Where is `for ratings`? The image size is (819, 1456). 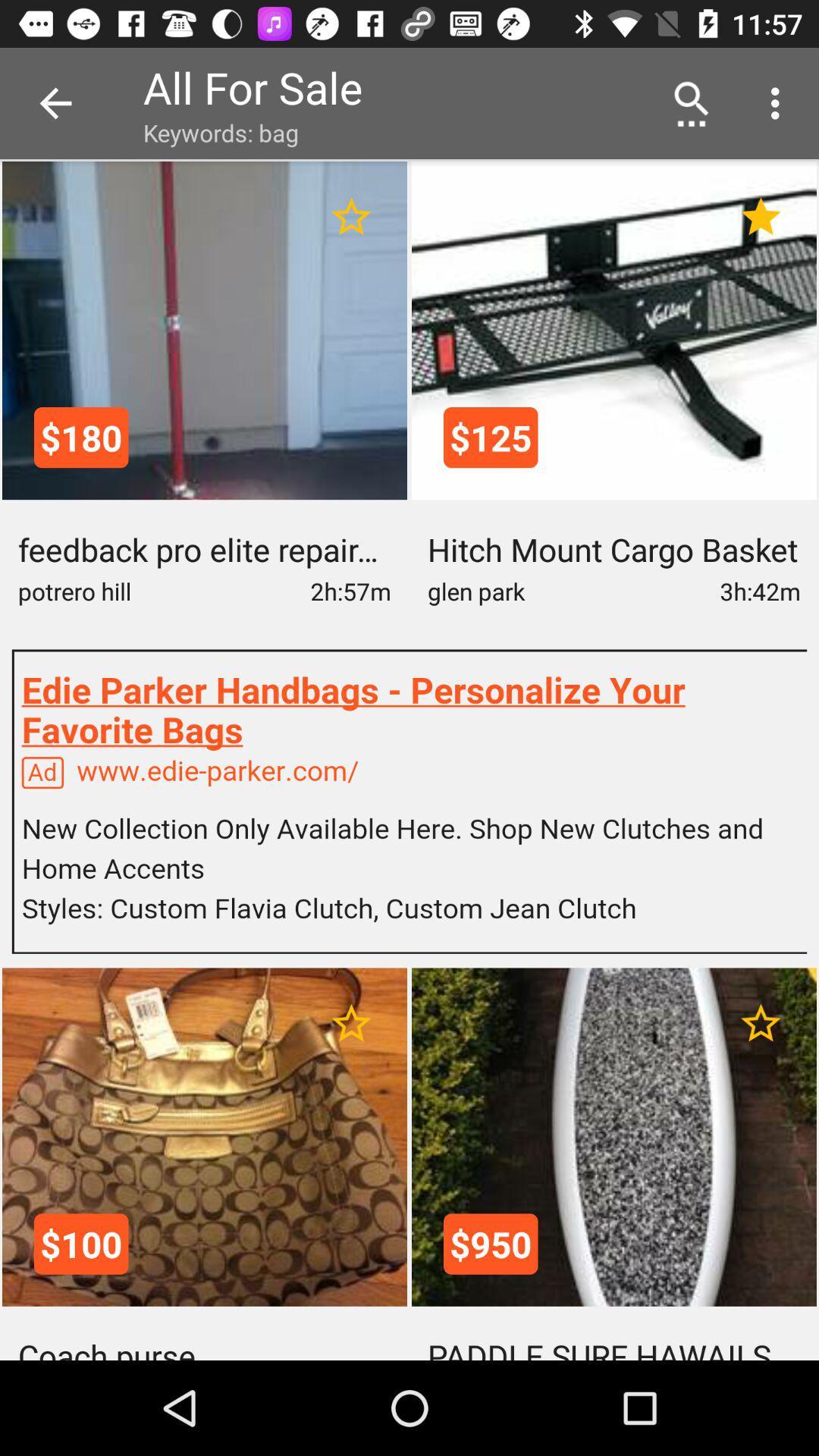
for ratings is located at coordinates (761, 1023).